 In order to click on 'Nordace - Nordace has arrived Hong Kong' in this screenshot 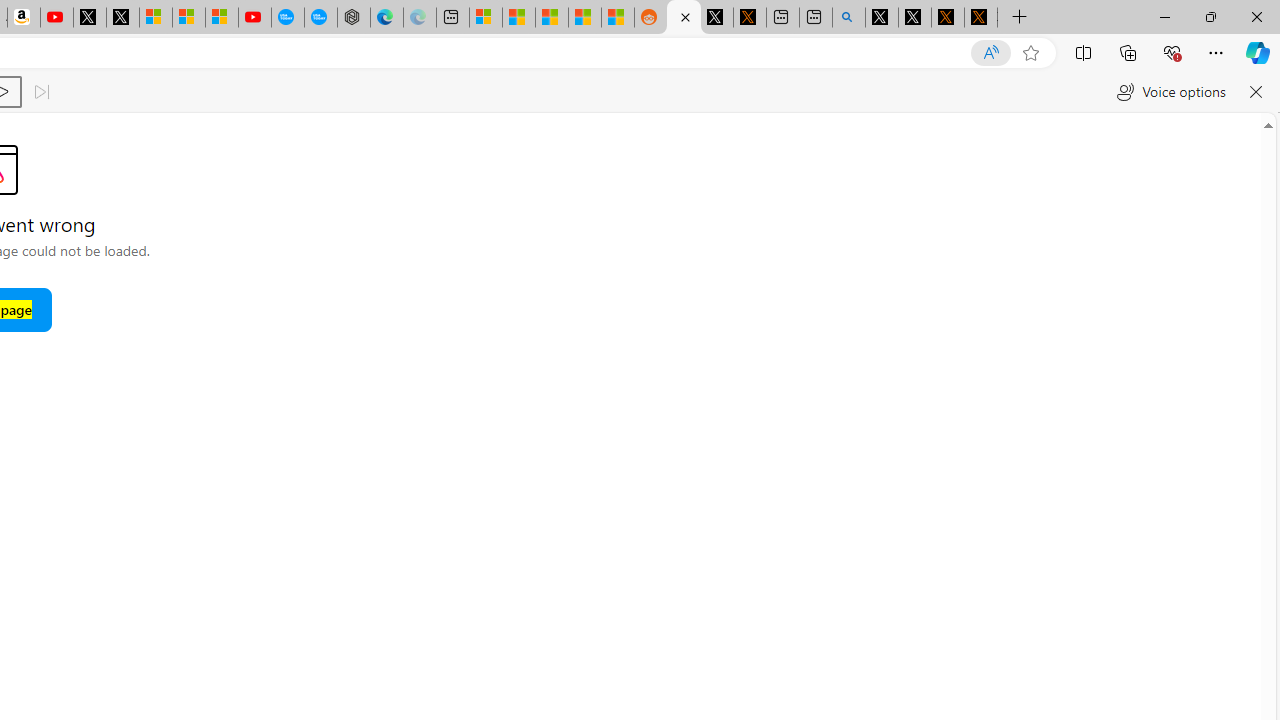, I will do `click(353, 17)`.